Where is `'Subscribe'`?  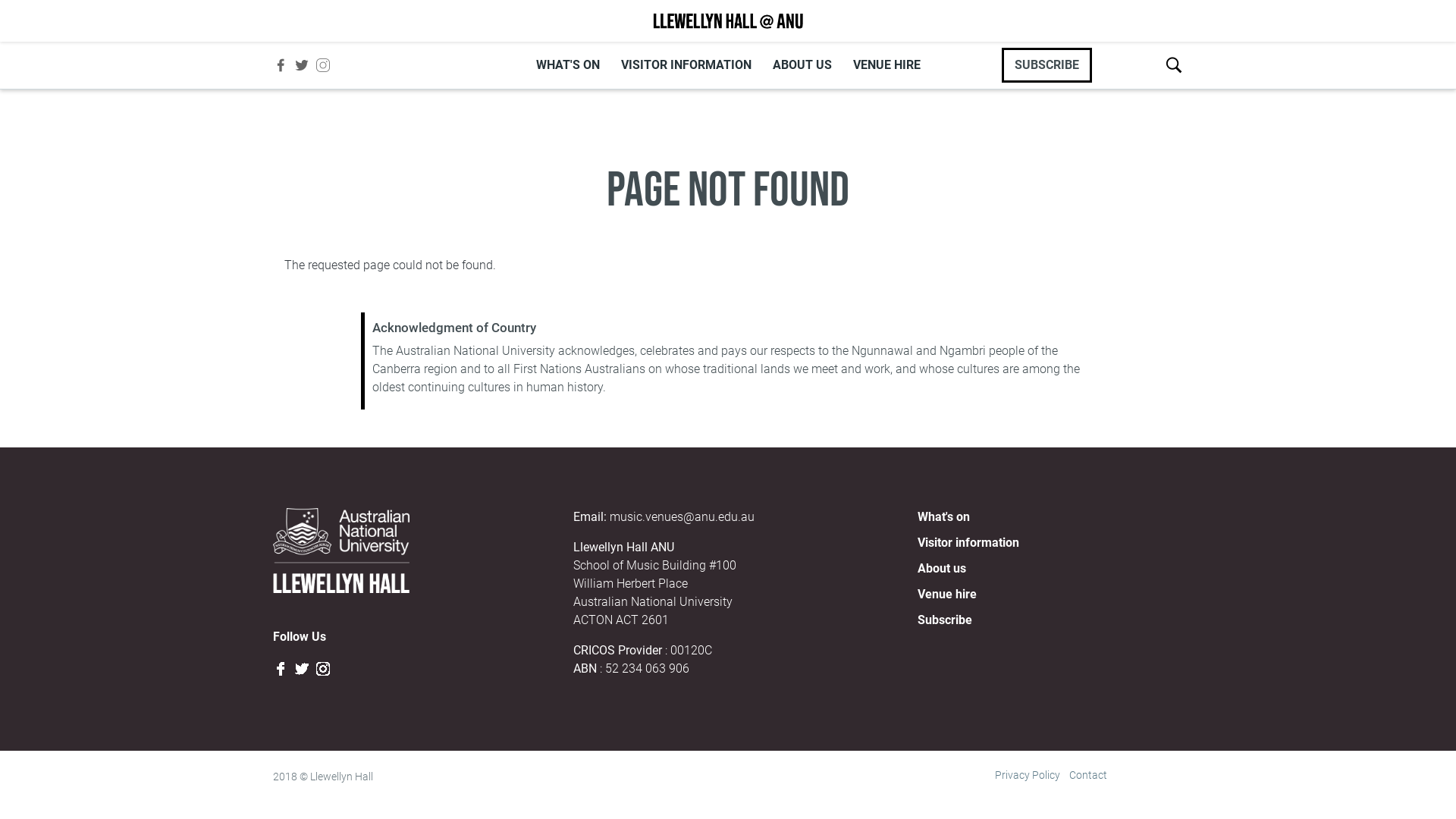
'Subscribe' is located at coordinates (944, 620).